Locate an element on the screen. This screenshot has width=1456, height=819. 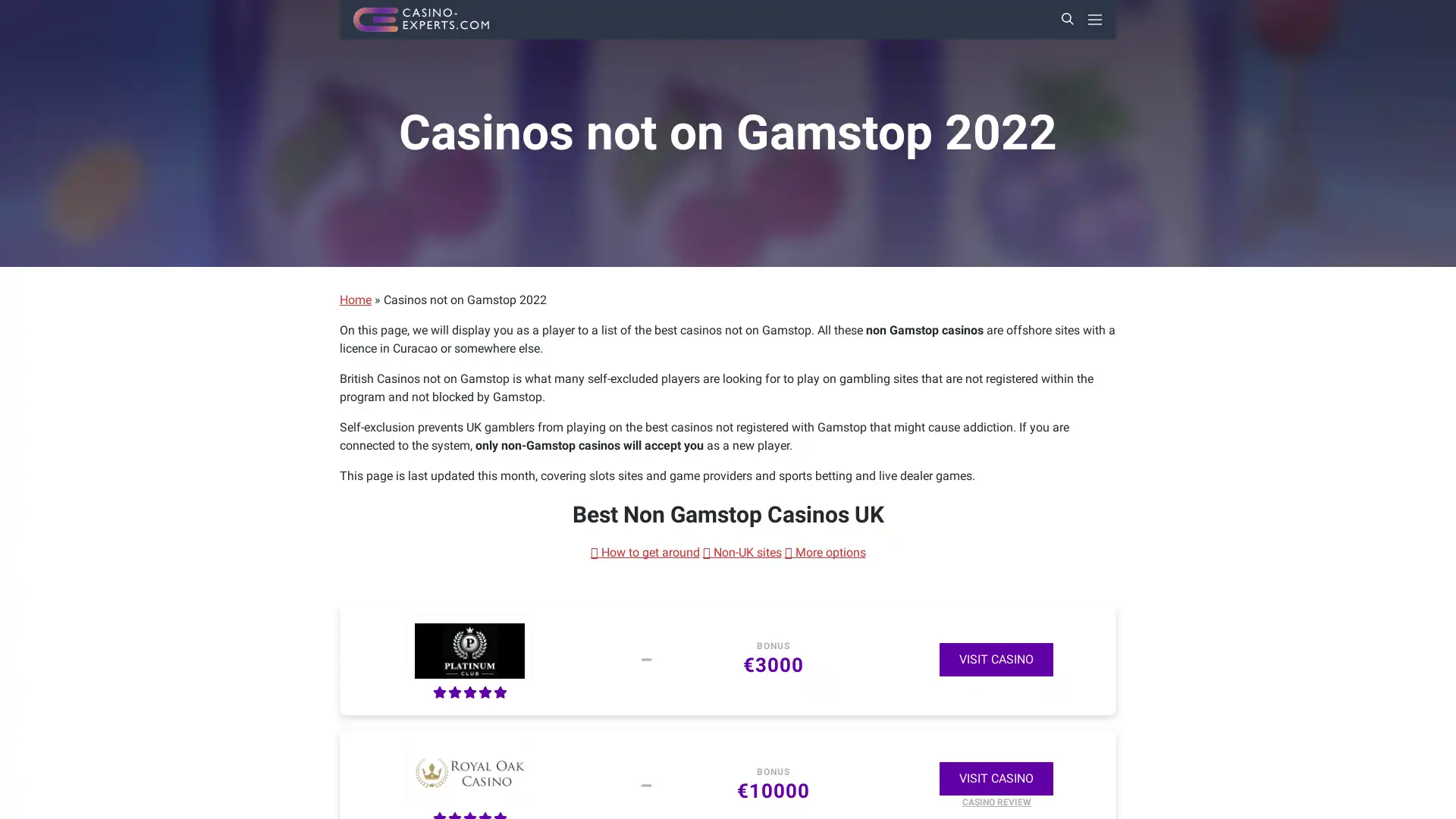
Search is located at coordinates (1066, 18).